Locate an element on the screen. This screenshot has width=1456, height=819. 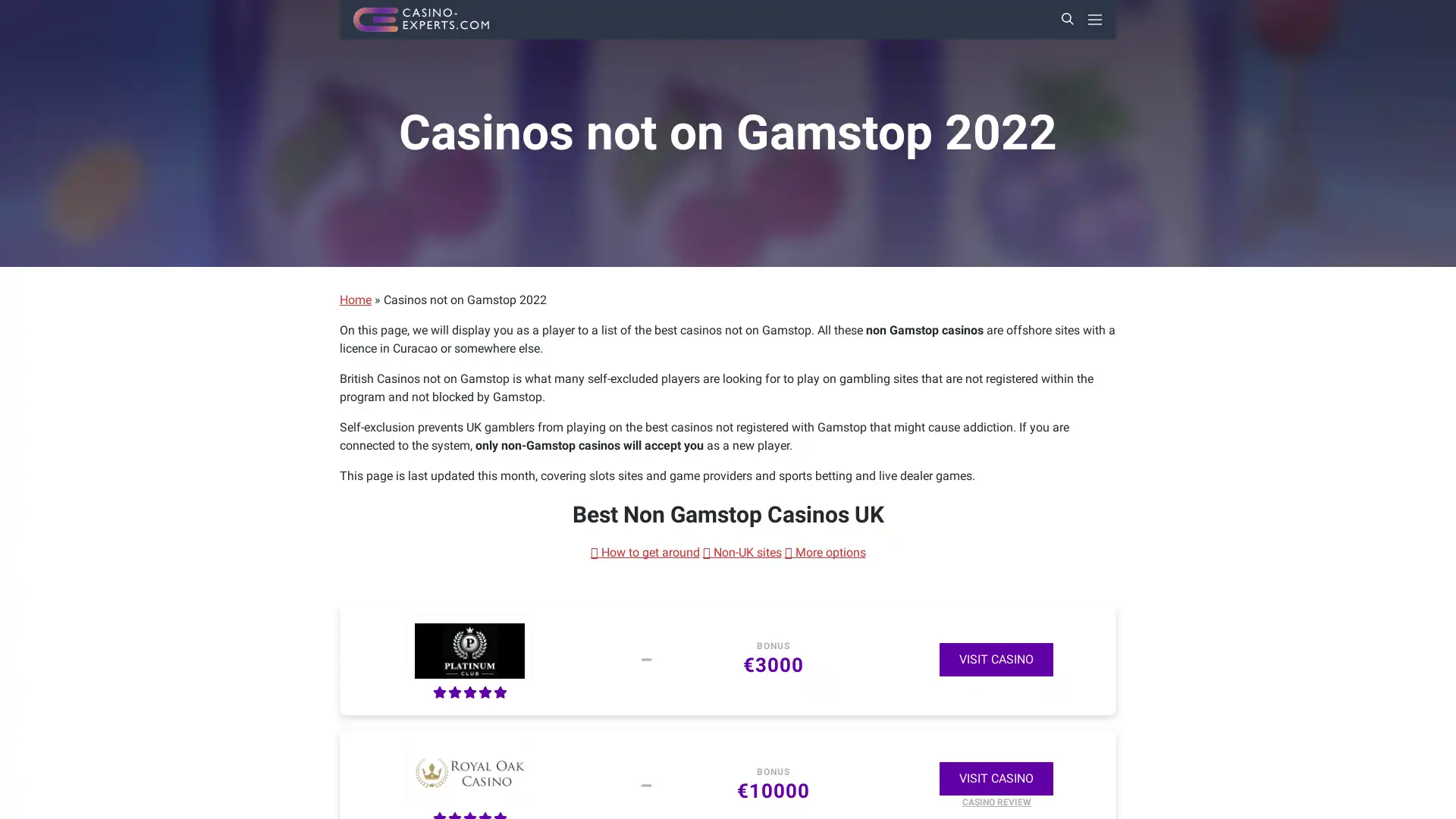
Search is located at coordinates (1066, 18).